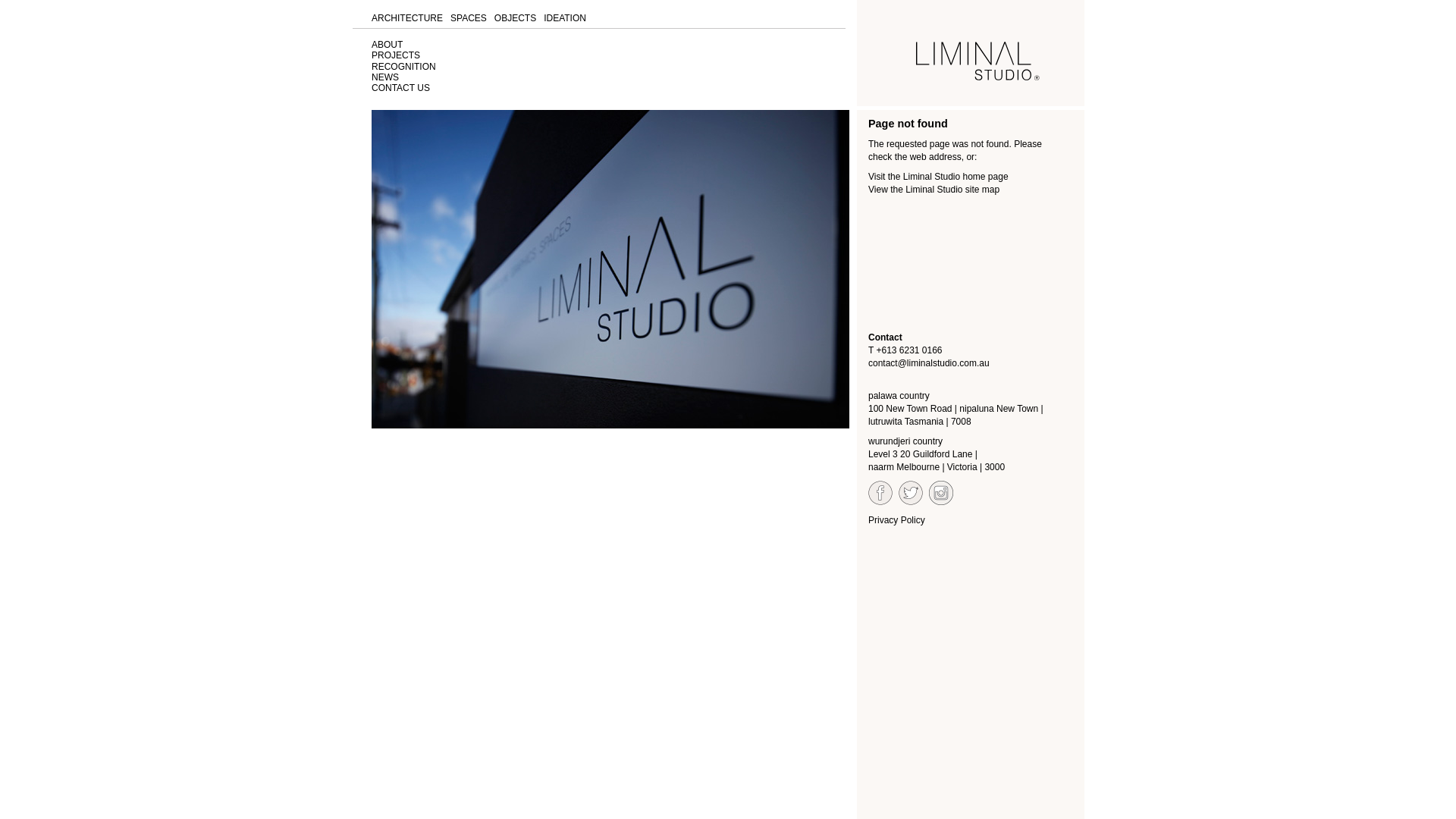  What do you see at coordinates (933, 189) in the screenshot?
I see `'View the Liminal Studio site map'` at bounding box center [933, 189].